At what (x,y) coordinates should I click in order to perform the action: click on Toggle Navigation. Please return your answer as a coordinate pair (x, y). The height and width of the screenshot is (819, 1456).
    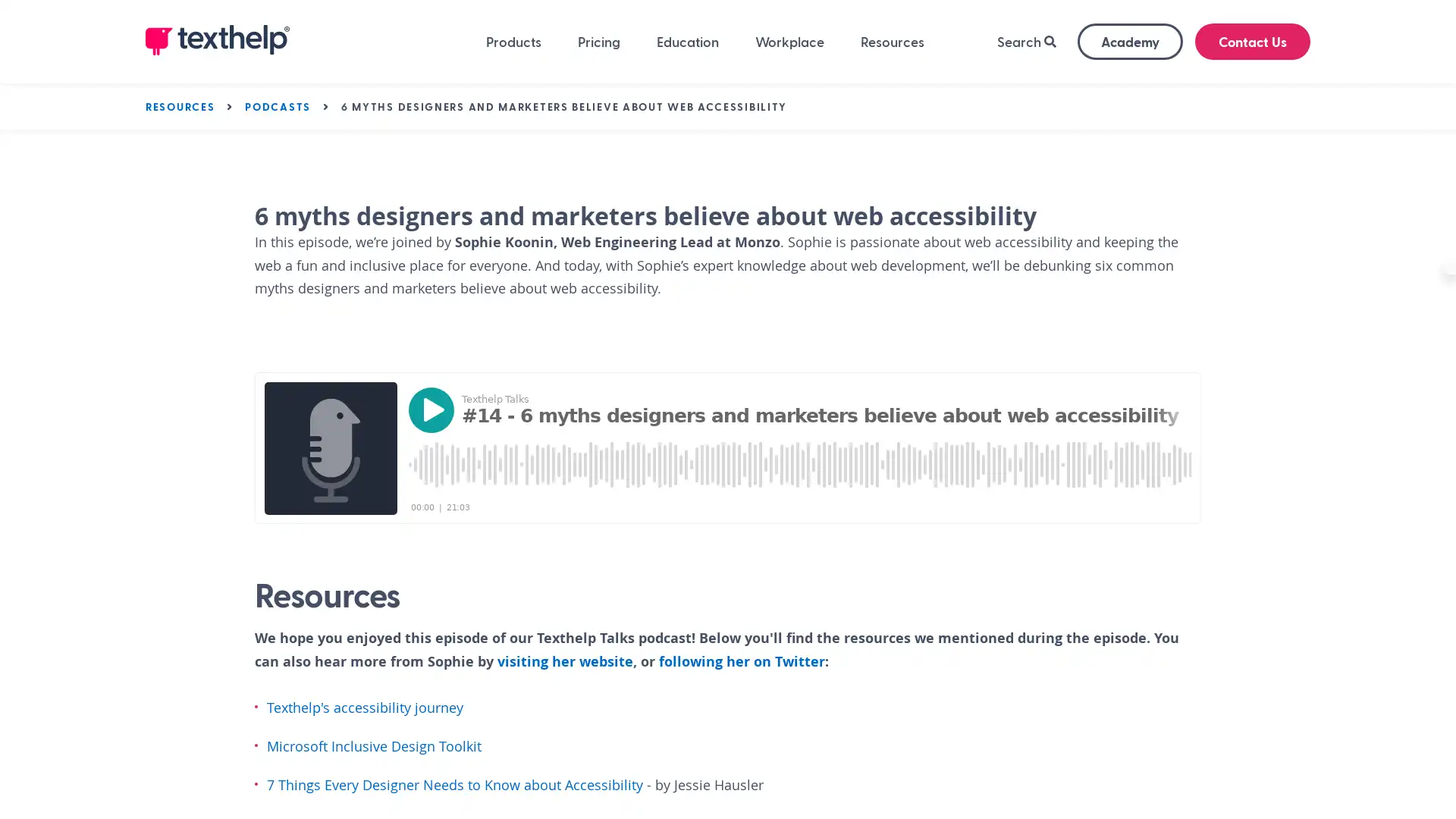
    Looking at the image, I should click on (821, 116).